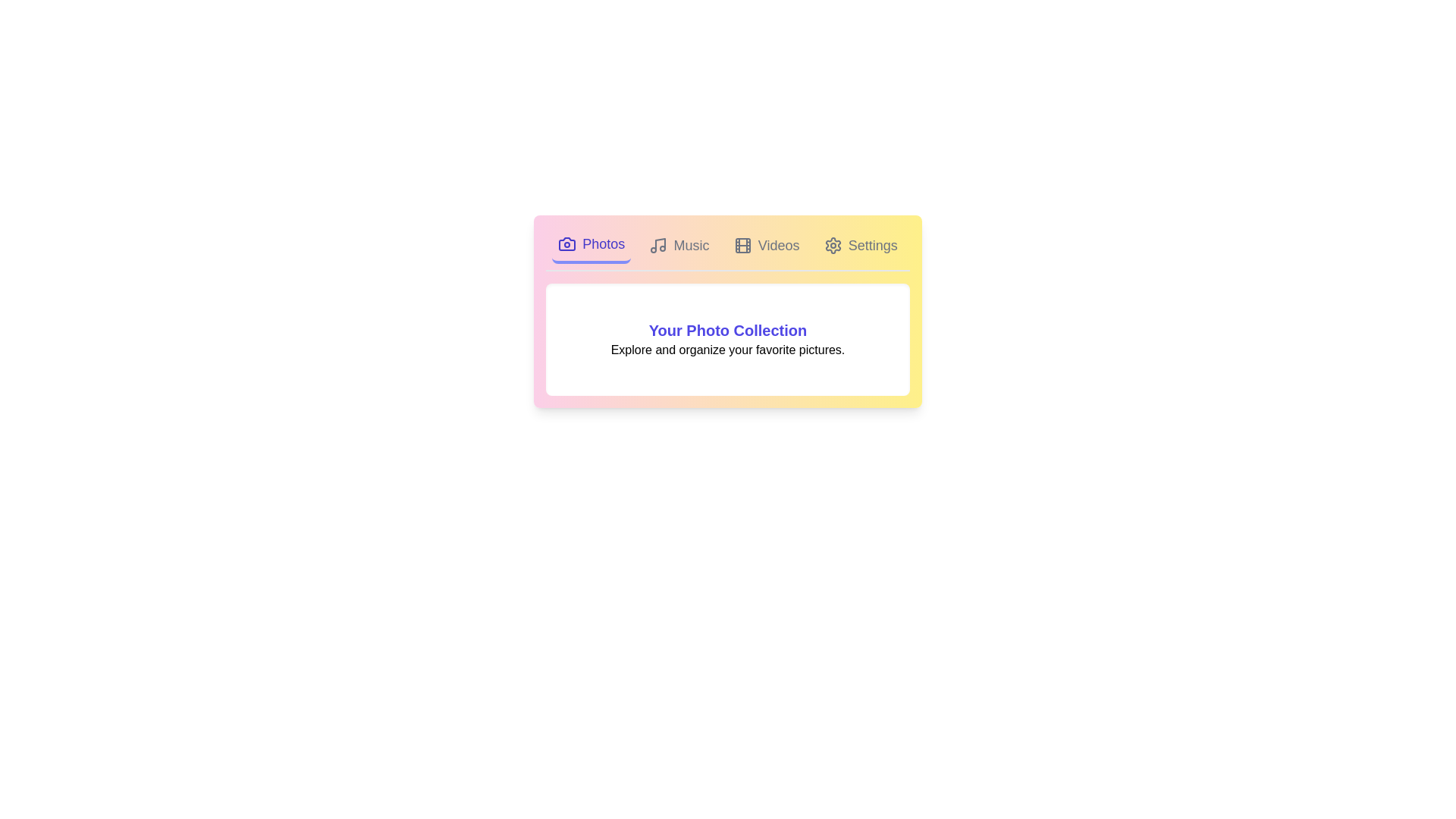 The image size is (1456, 819). I want to click on the tab labeled Music to activate its visual feedback, so click(679, 245).